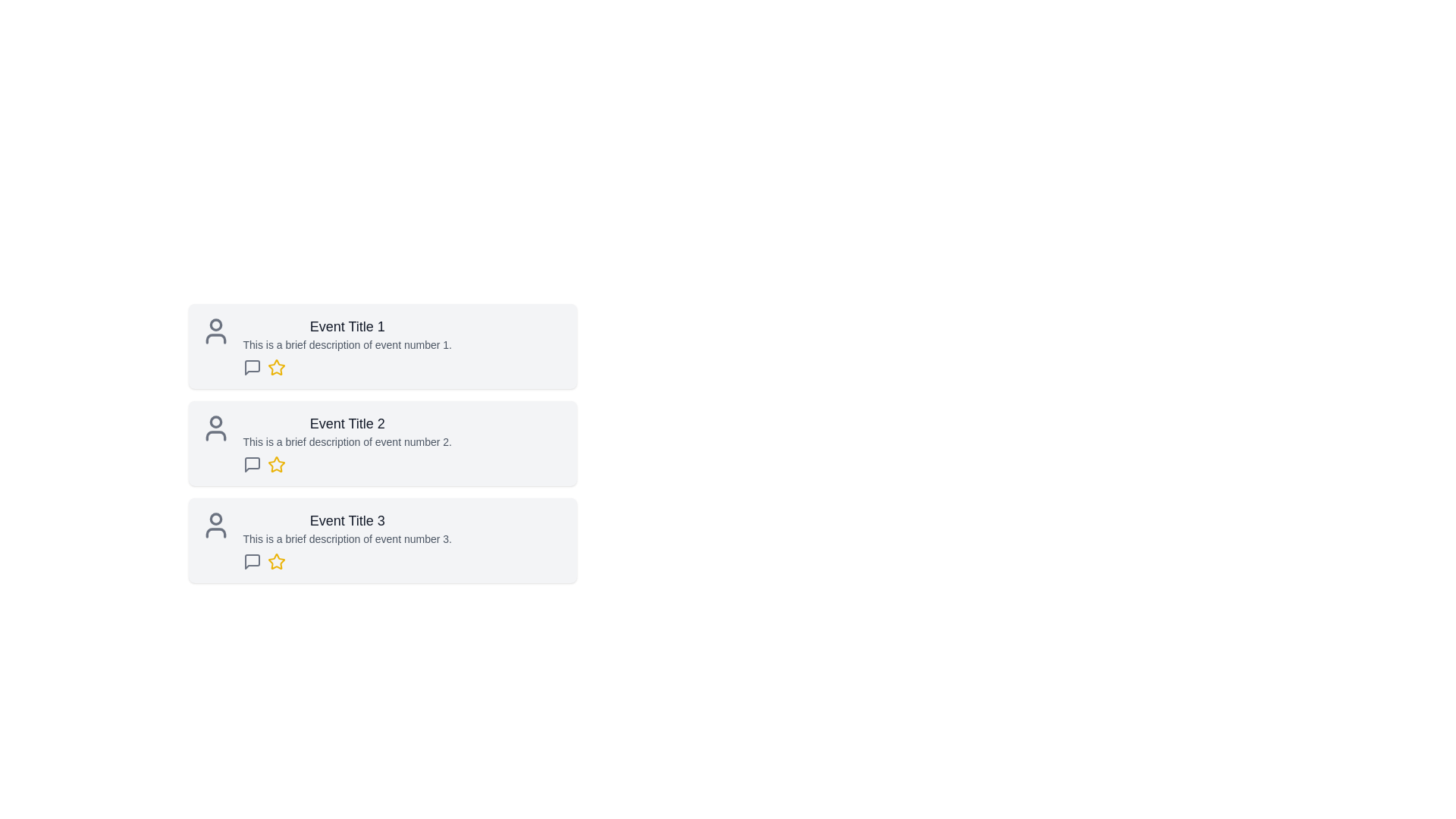 This screenshot has height=819, width=1456. What do you see at coordinates (252, 368) in the screenshot?
I see `the comment icon located in the first row of the event list, to the left of the star icon for marking favorites` at bounding box center [252, 368].